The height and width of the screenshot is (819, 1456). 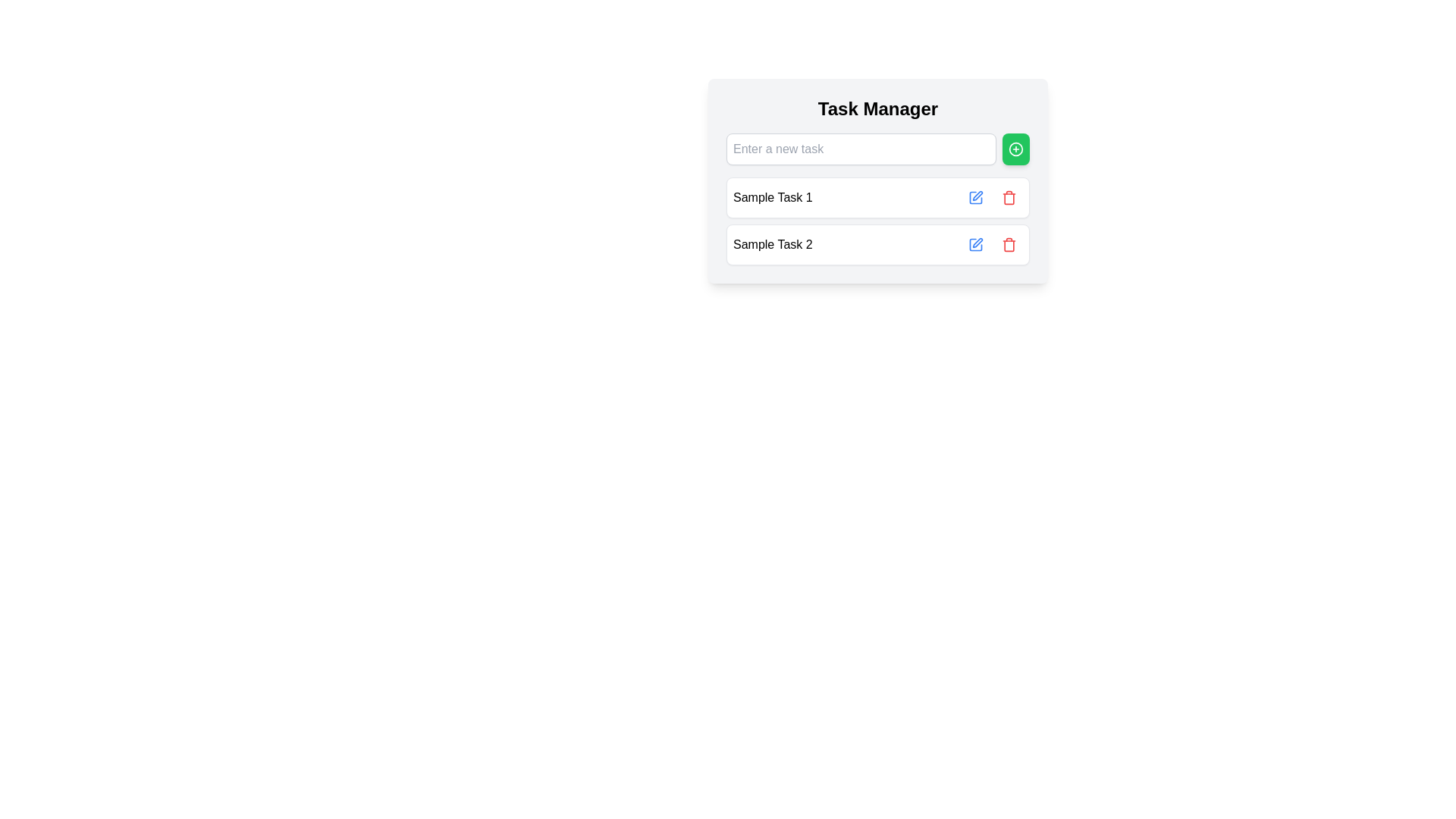 What do you see at coordinates (773, 244) in the screenshot?
I see `the text label displaying 'Sample Task 2', which is centrally aligned within the second task entry card in the Task Manager interface` at bounding box center [773, 244].